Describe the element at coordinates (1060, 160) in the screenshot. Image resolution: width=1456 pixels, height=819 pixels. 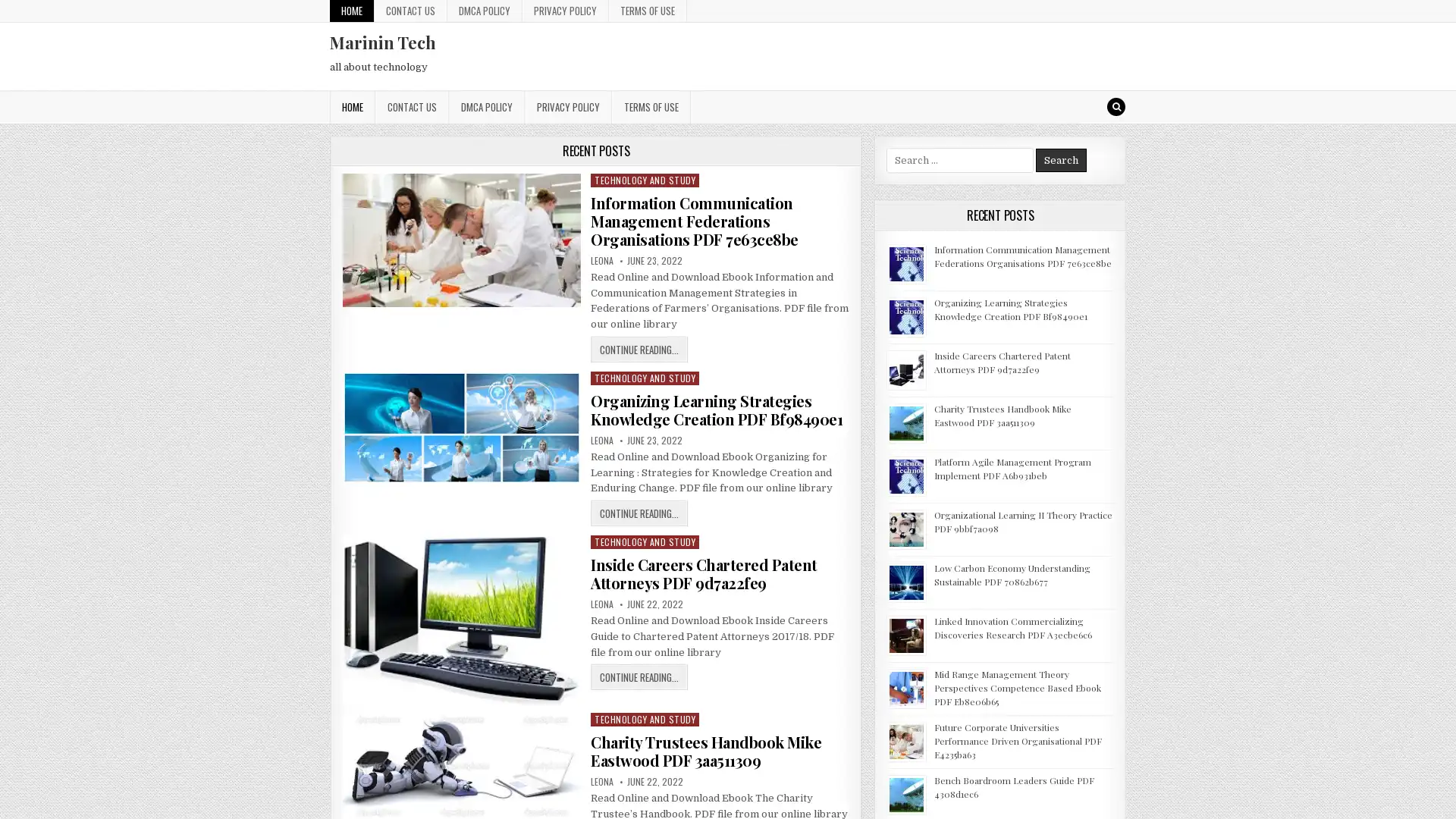
I see `Search` at that location.